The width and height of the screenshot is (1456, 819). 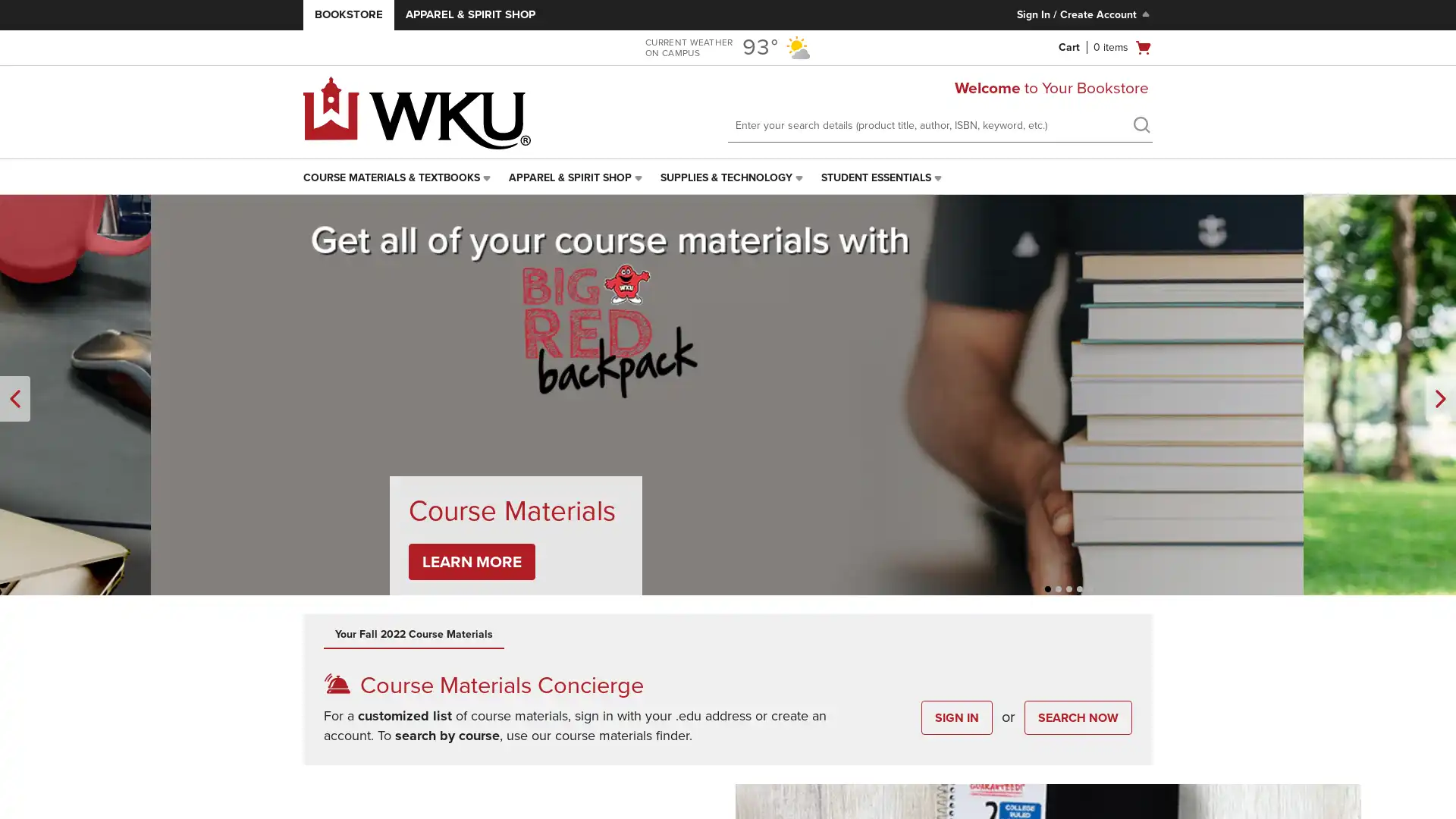 I want to click on Selected, Slide 3, so click(x=1068, y=588).